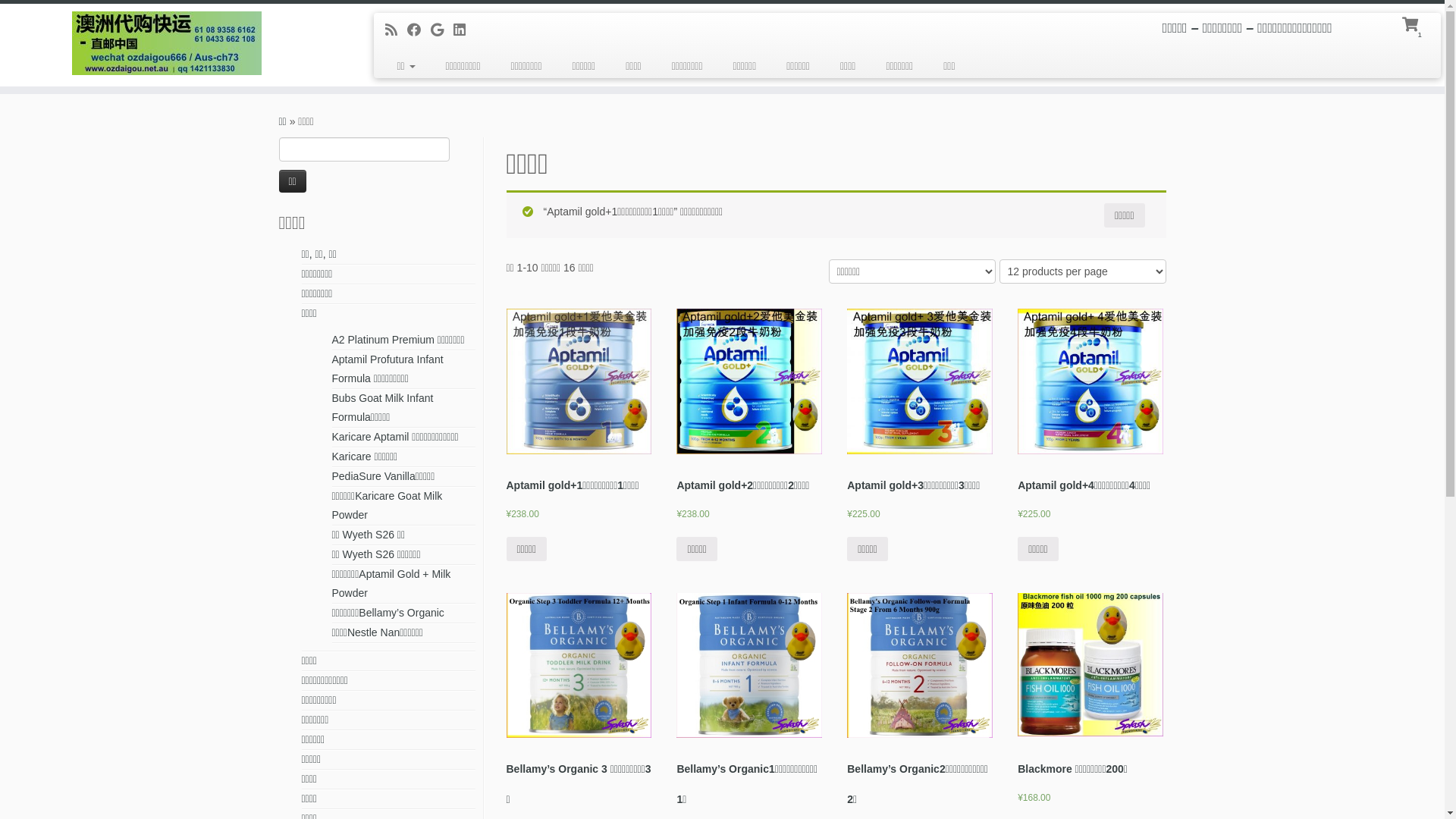 This screenshot has height=819, width=1456. Describe the element at coordinates (419, 30) in the screenshot. I see `'Follow me on Facebook'` at that location.